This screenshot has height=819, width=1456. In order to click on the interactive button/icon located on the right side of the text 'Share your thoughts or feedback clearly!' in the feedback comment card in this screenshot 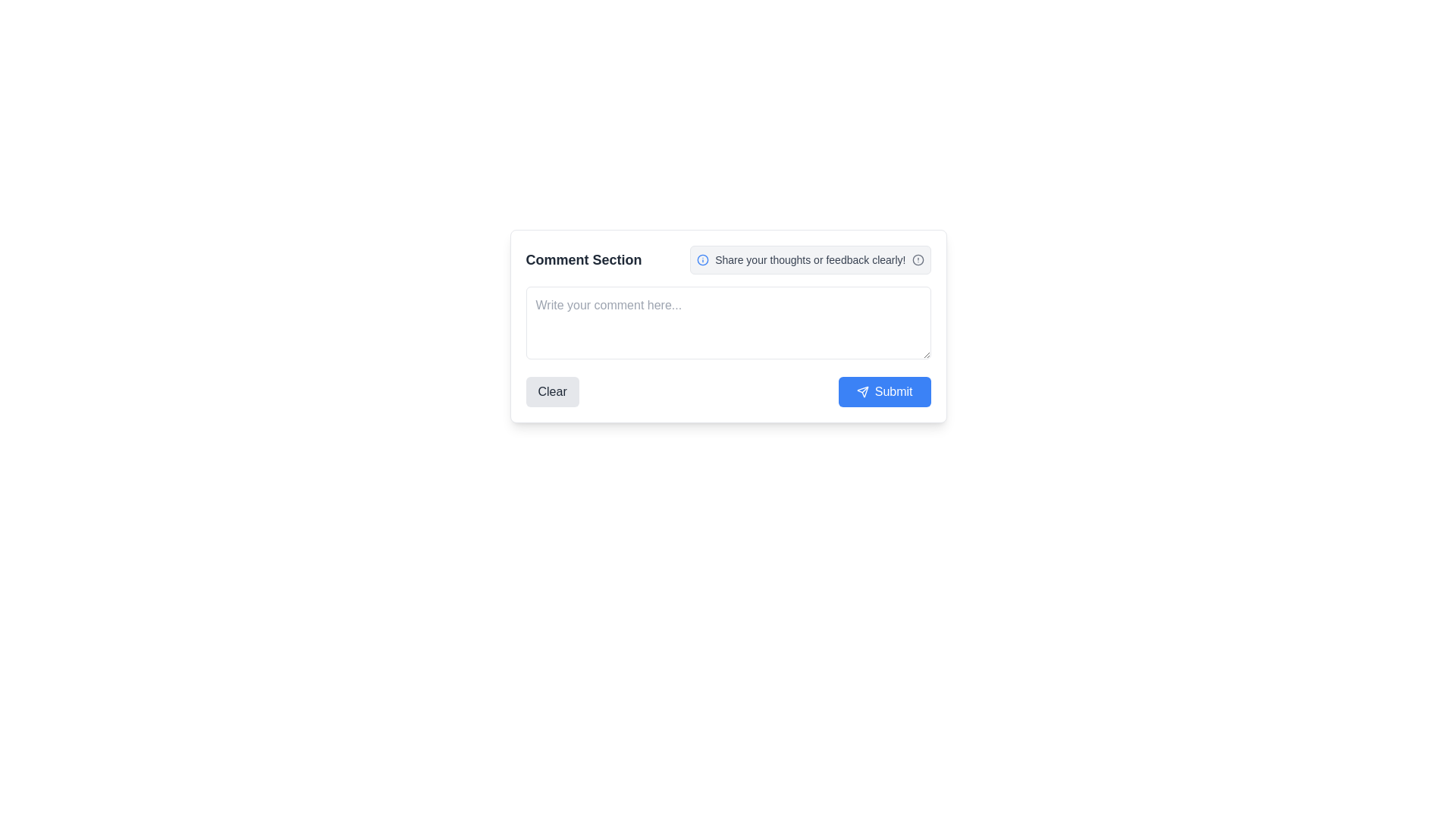, I will do `click(917, 259)`.